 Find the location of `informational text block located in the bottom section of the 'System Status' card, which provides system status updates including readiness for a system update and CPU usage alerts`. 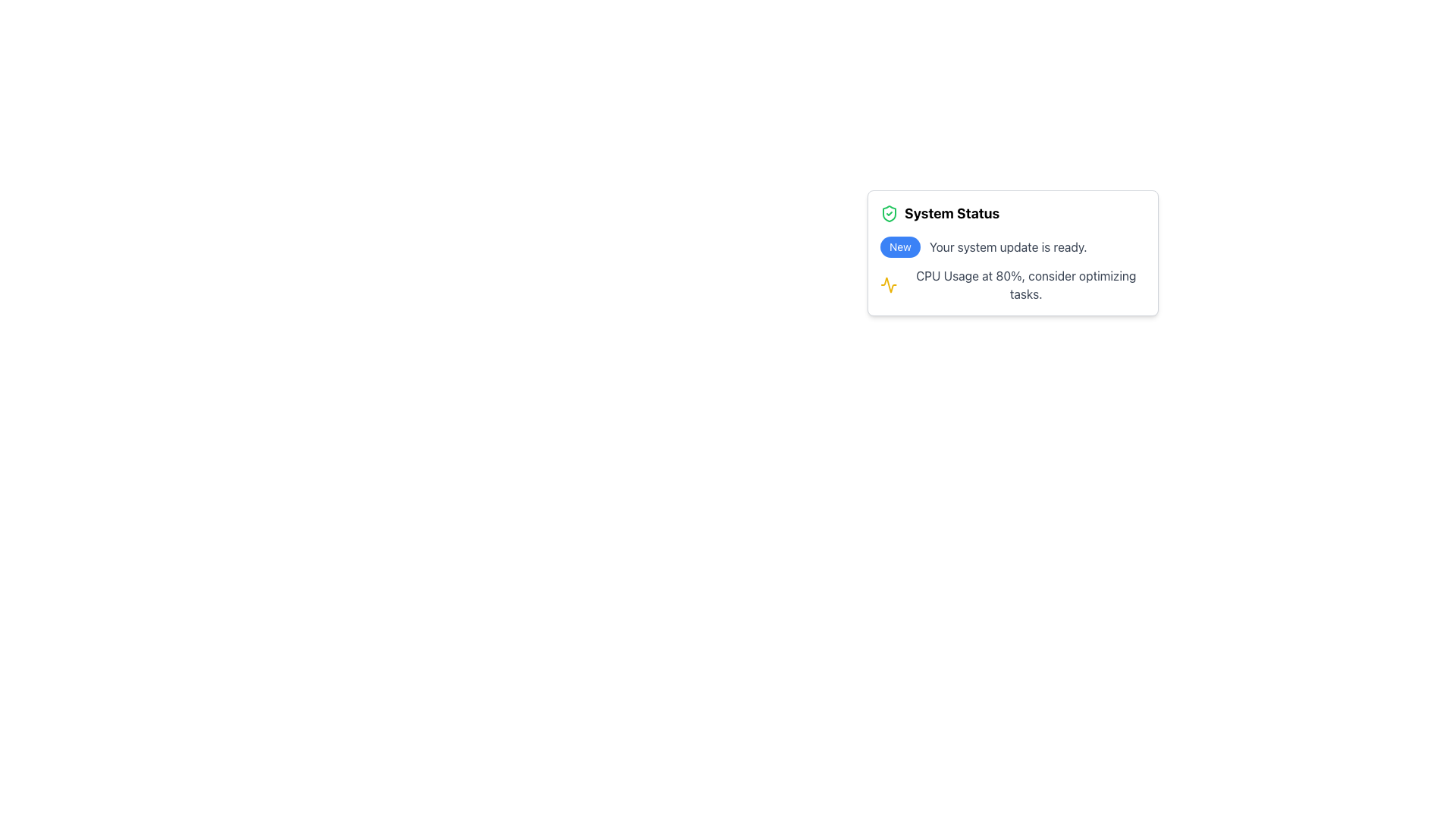

informational text block located in the bottom section of the 'System Status' card, which provides system status updates including readiness for a system update and CPU usage alerts is located at coordinates (1012, 268).